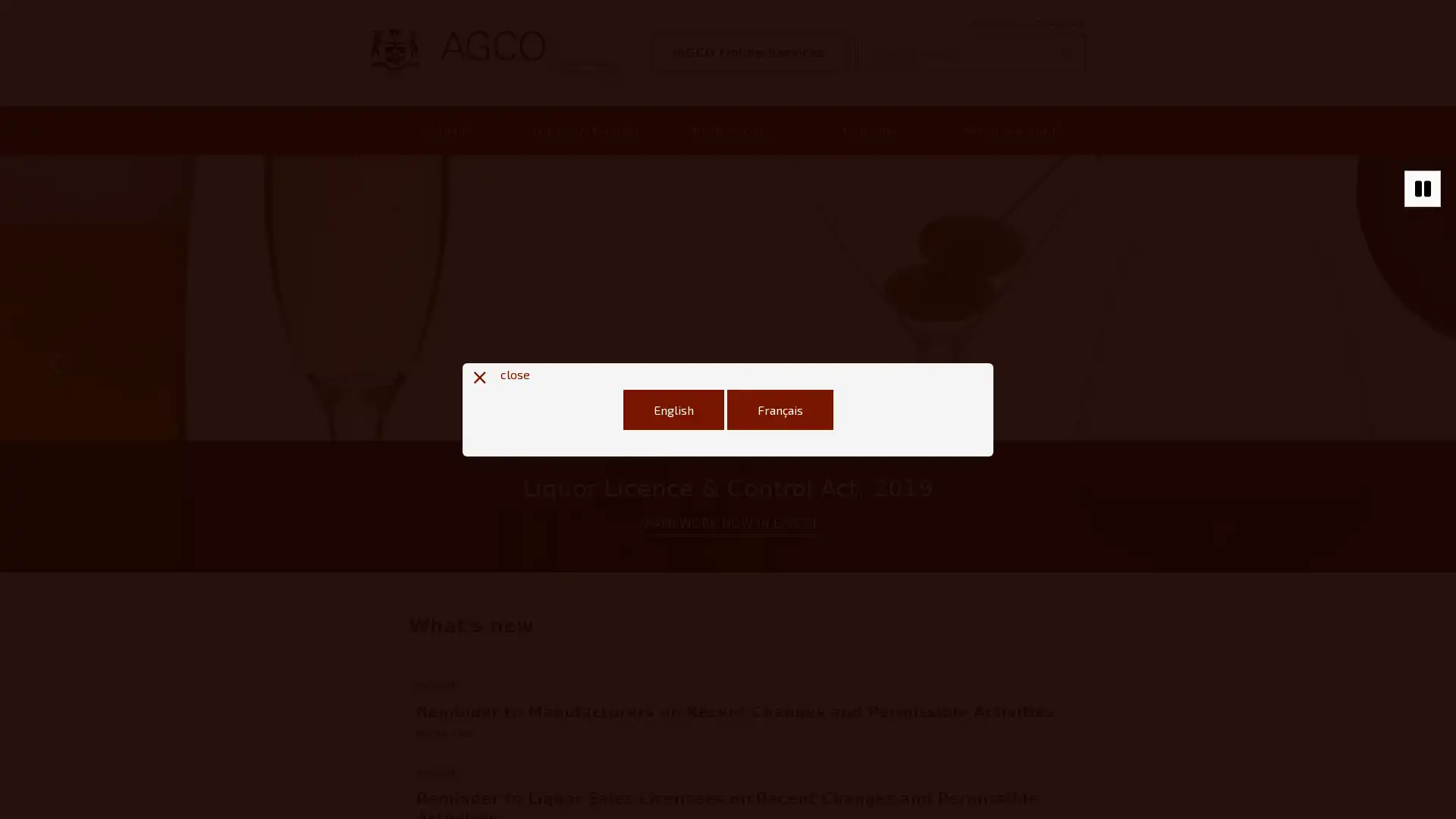 The height and width of the screenshot is (819, 1456). What do you see at coordinates (1422, 188) in the screenshot?
I see `Stop autoplaying of carousel` at bounding box center [1422, 188].